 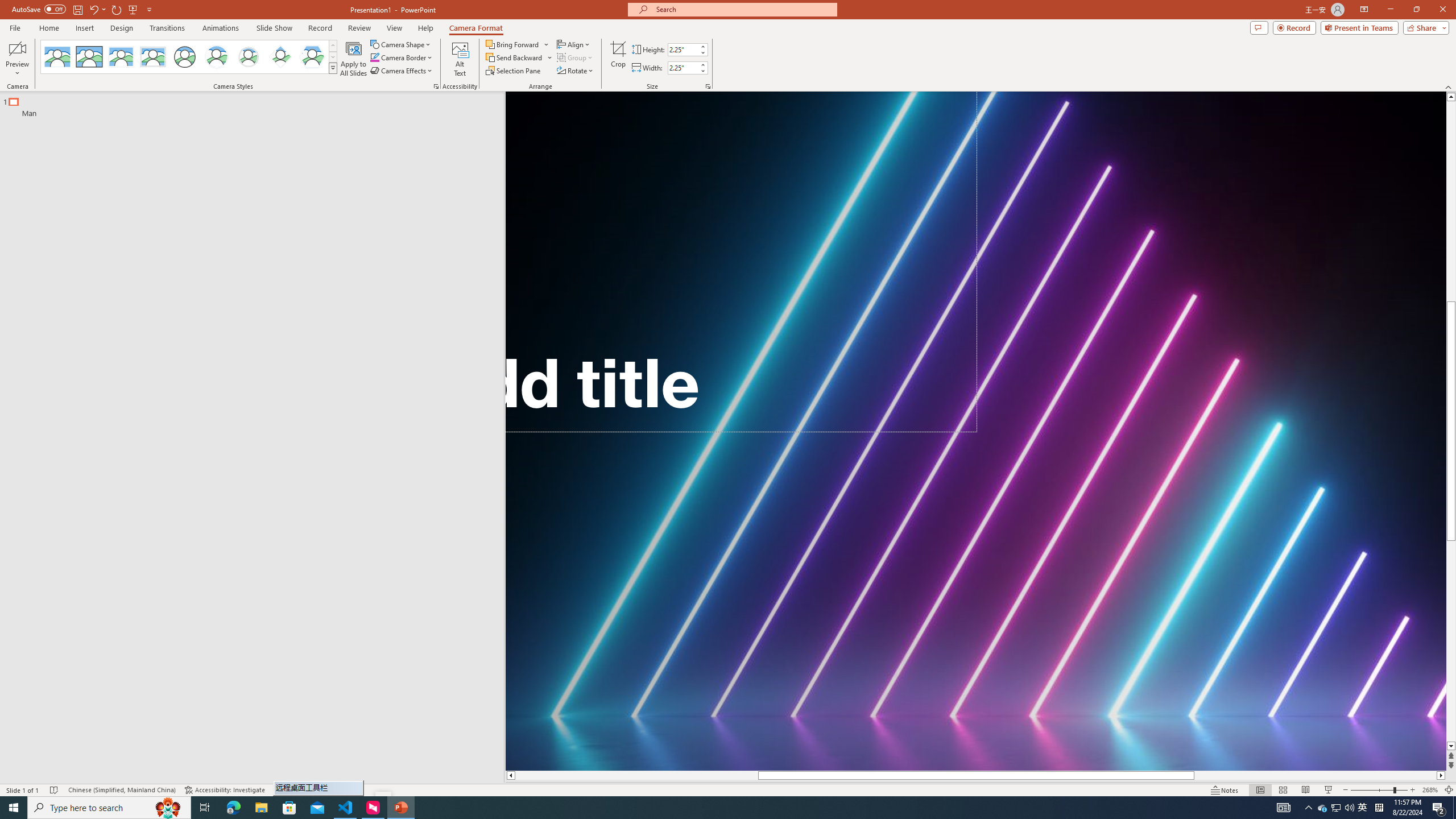 What do you see at coordinates (312, 56) in the screenshot?
I see `'Center Shadow Hexagon'` at bounding box center [312, 56].